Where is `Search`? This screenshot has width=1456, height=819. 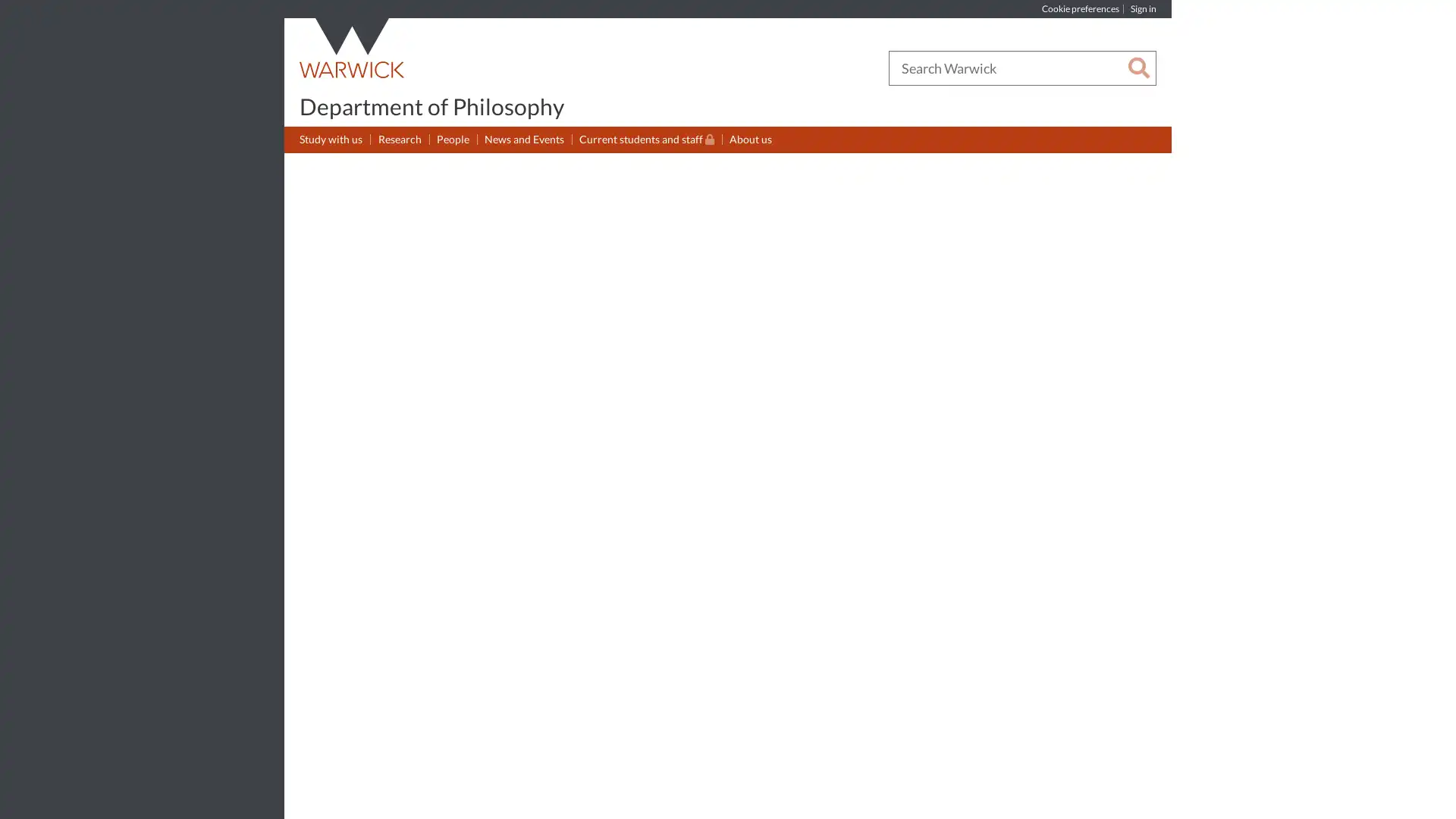
Search is located at coordinates (1138, 69).